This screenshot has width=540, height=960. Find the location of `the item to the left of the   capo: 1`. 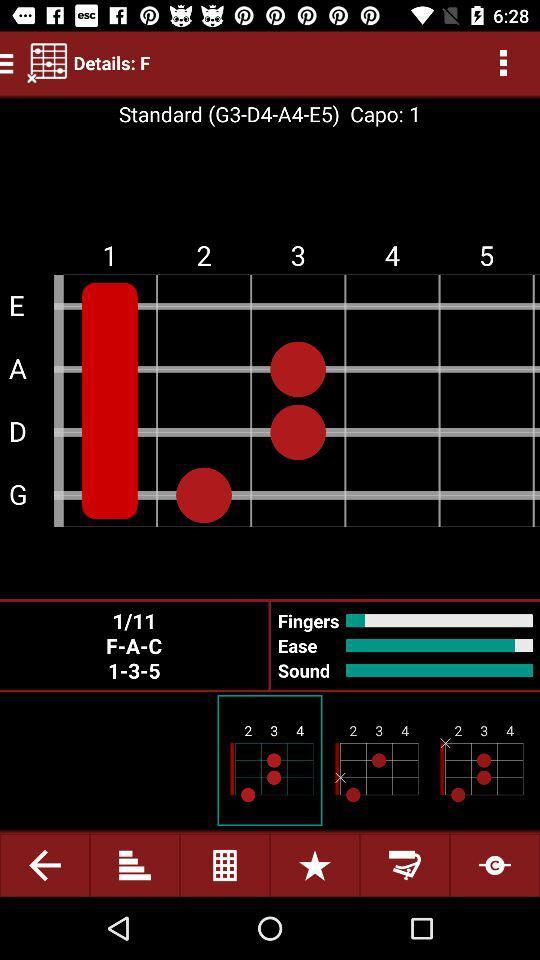

the item to the left of the   capo: 1 is located at coordinates (228, 114).